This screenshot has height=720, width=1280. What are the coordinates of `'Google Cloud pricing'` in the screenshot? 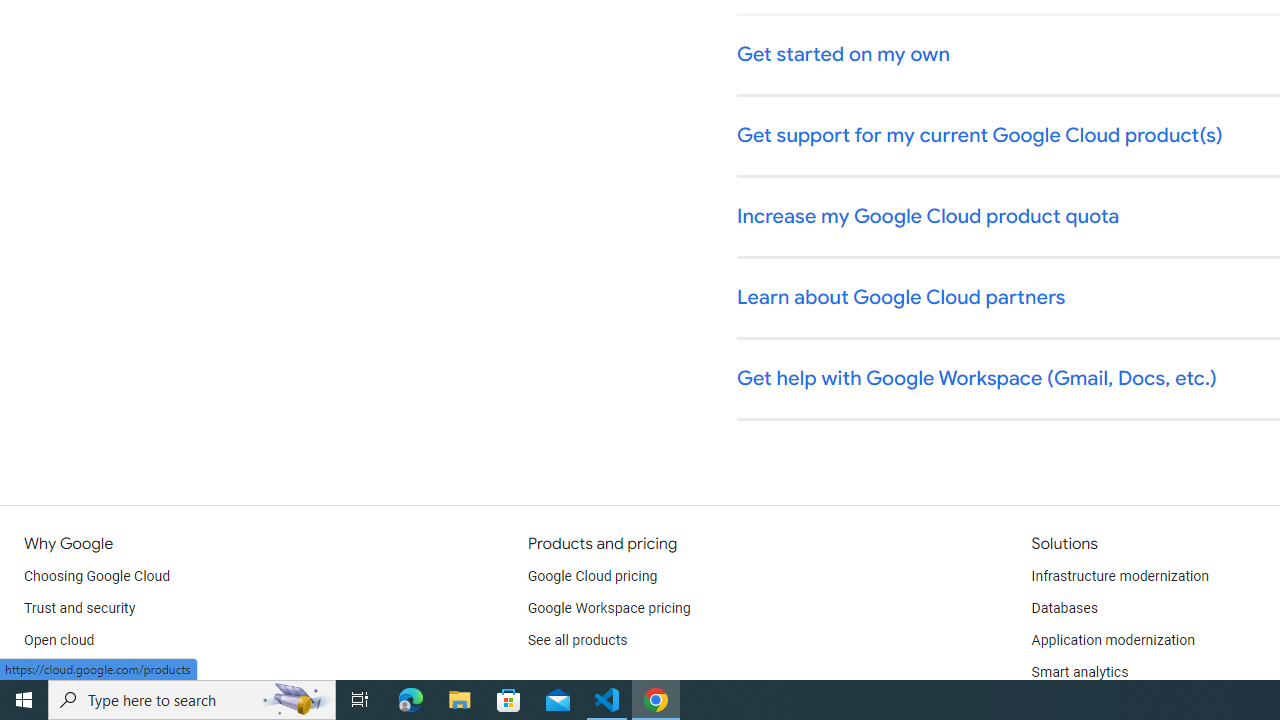 It's located at (591, 577).